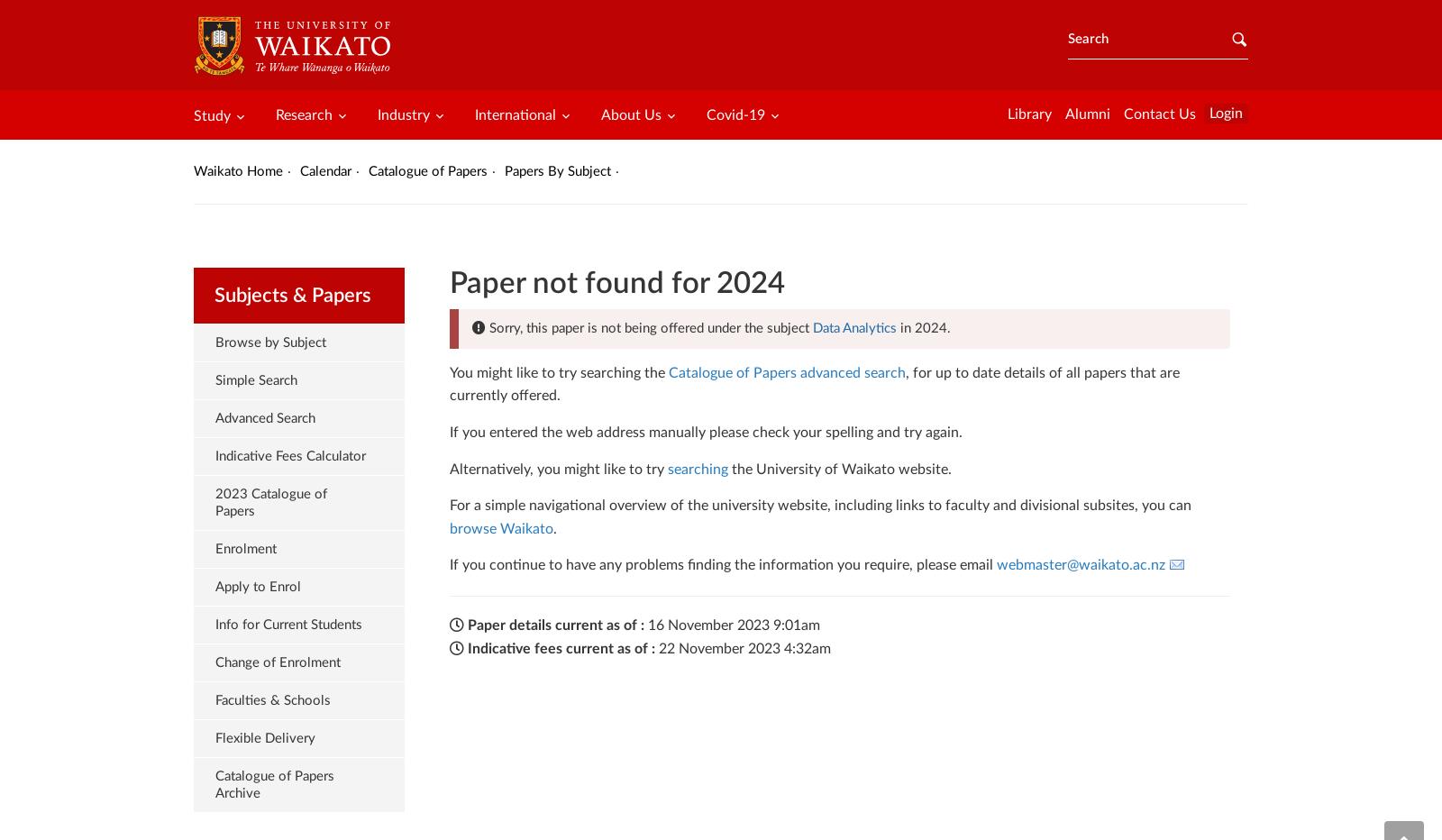  I want to click on '2023 Catalogue of Papers', so click(270, 501).